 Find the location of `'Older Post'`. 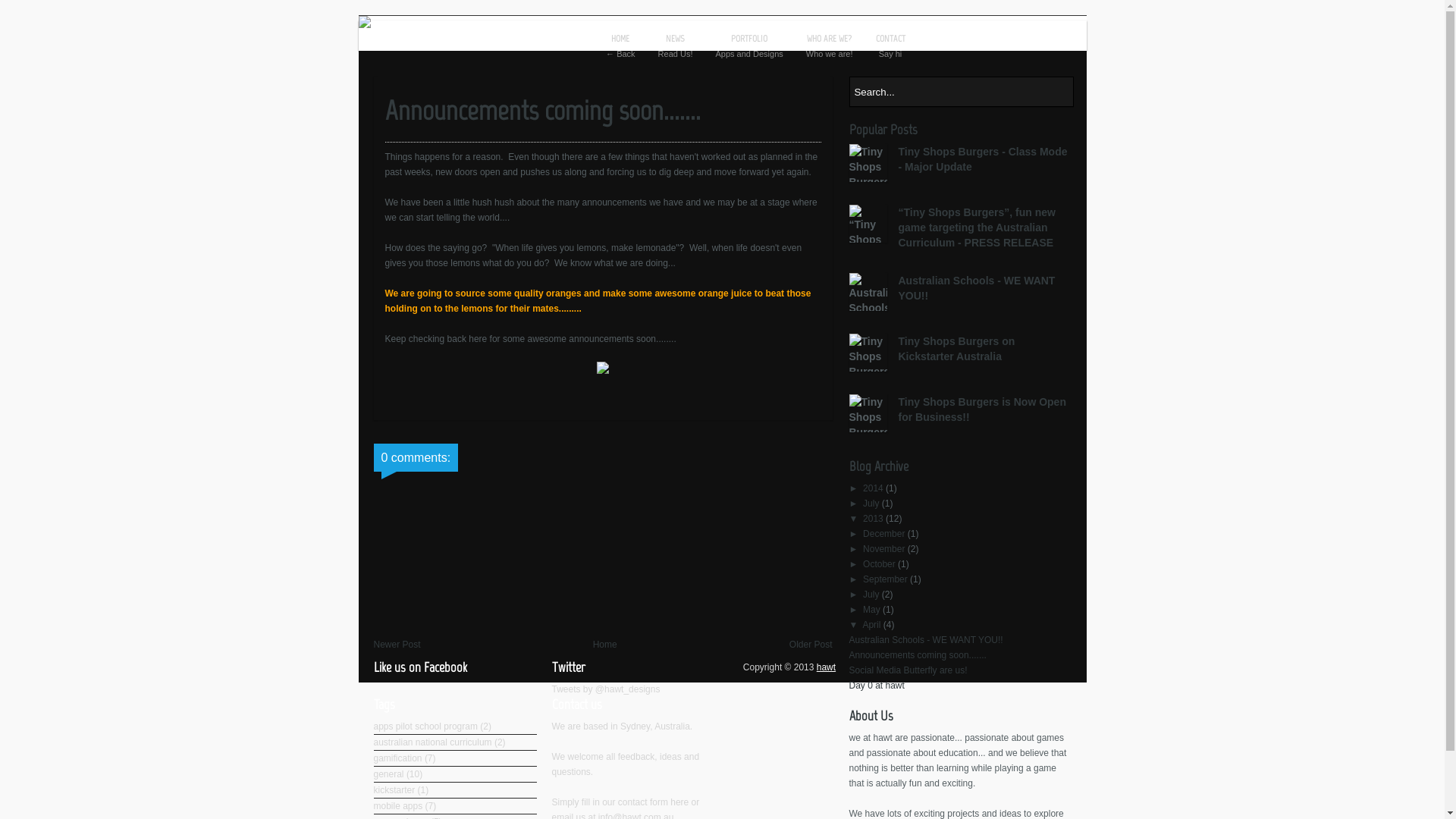

'Older Post' is located at coordinates (810, 644).